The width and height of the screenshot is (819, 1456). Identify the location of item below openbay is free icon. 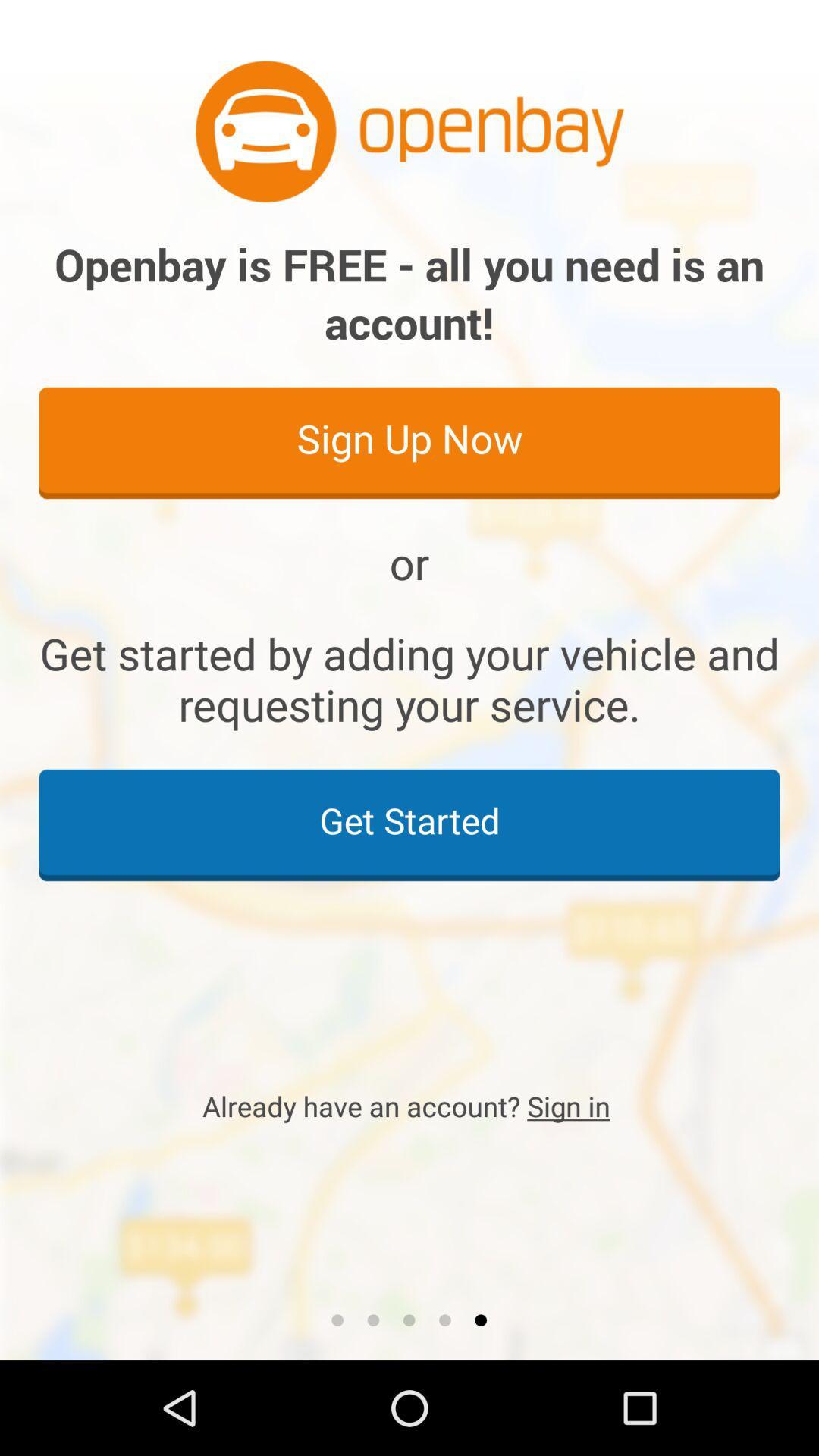
(409, 441).